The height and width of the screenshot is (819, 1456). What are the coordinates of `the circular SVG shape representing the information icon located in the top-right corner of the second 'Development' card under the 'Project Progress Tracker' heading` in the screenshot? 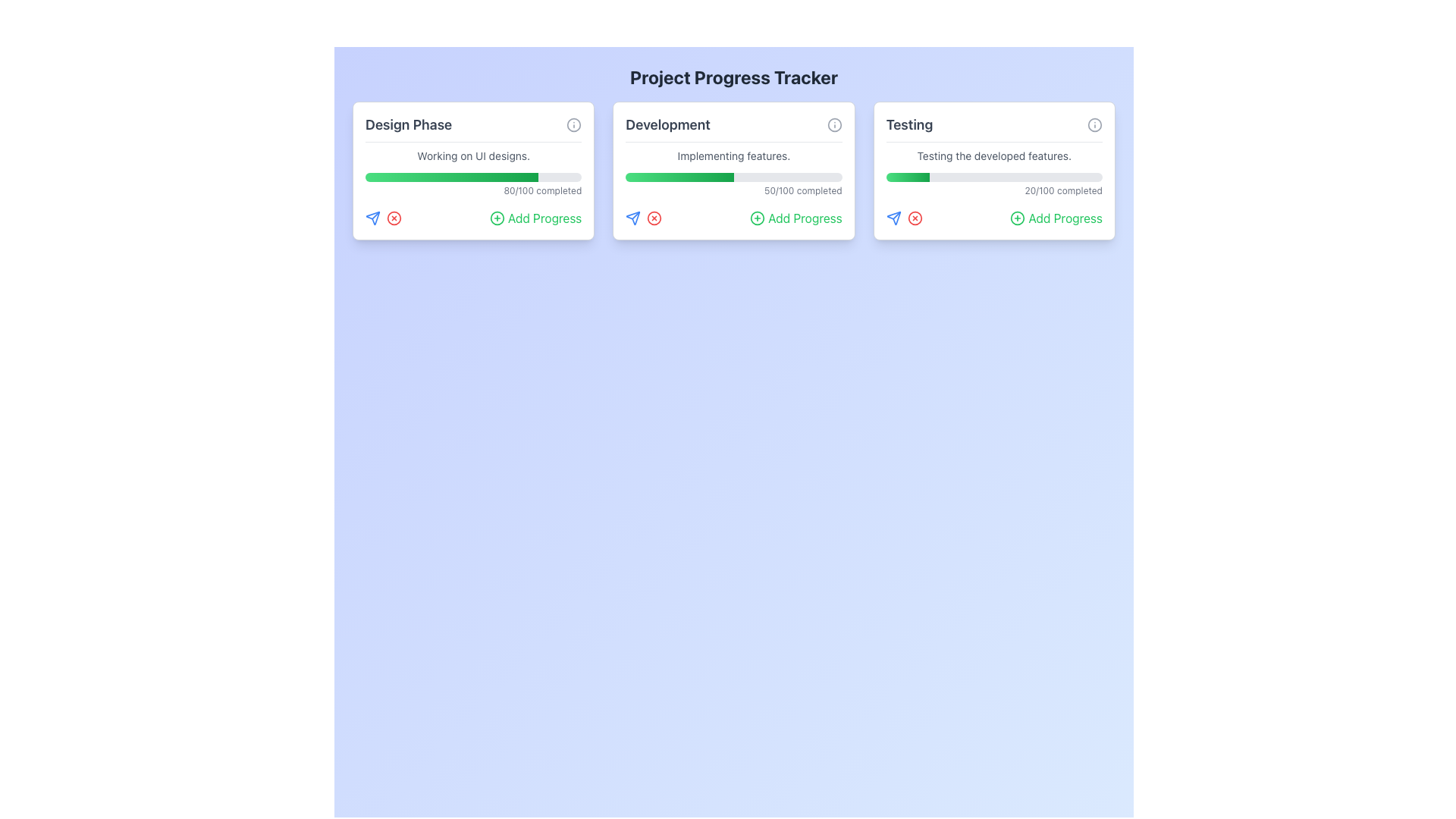 It's located at (833, 124).